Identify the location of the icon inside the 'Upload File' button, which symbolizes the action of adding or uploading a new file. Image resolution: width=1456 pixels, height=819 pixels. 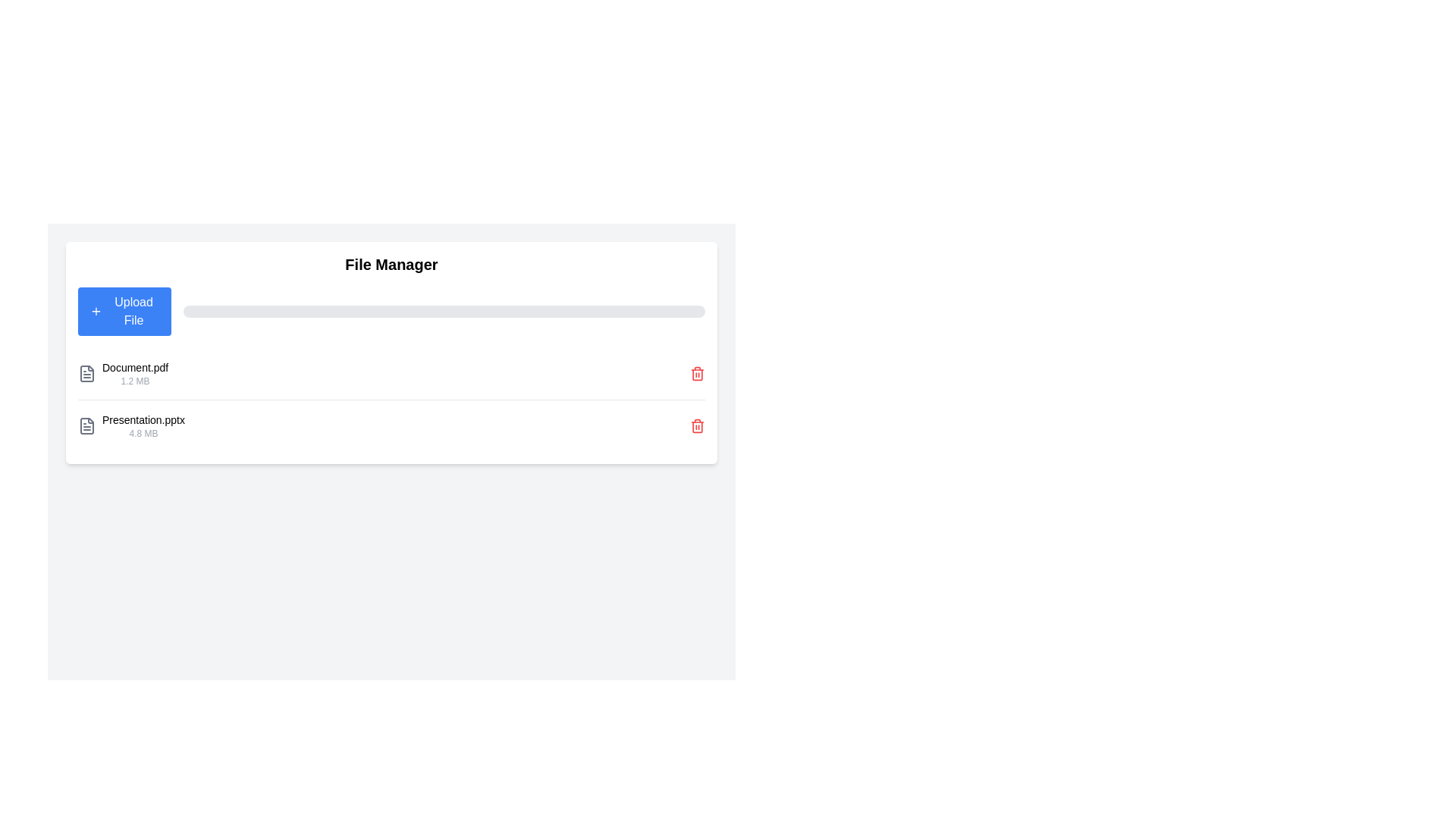
(96, 311).